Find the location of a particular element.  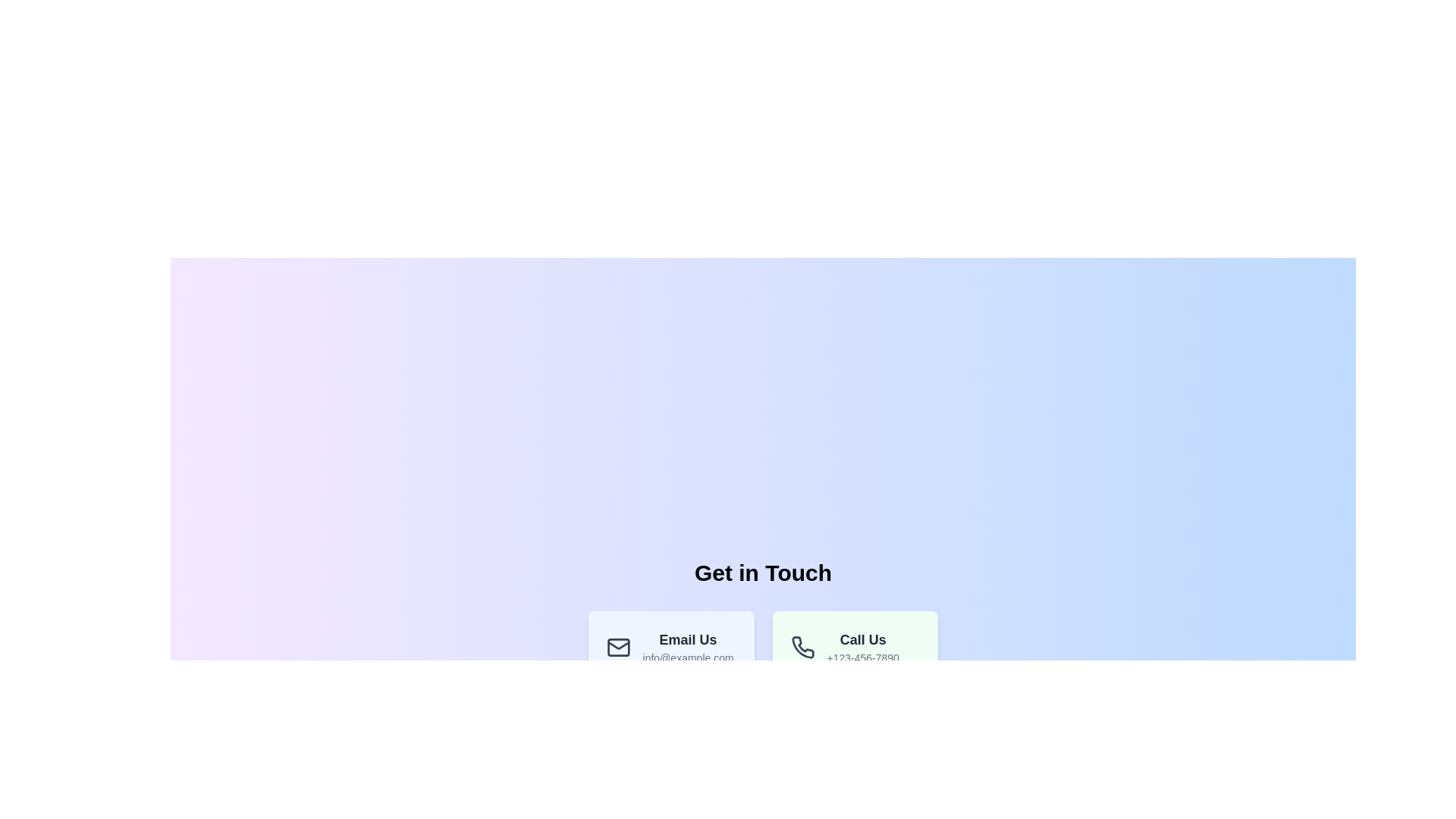

the envelope icon representing the traditional mail symbol located in the lower left quadrant of the interface, beside the 'Call Us' section is located at coordinates (618, 645).